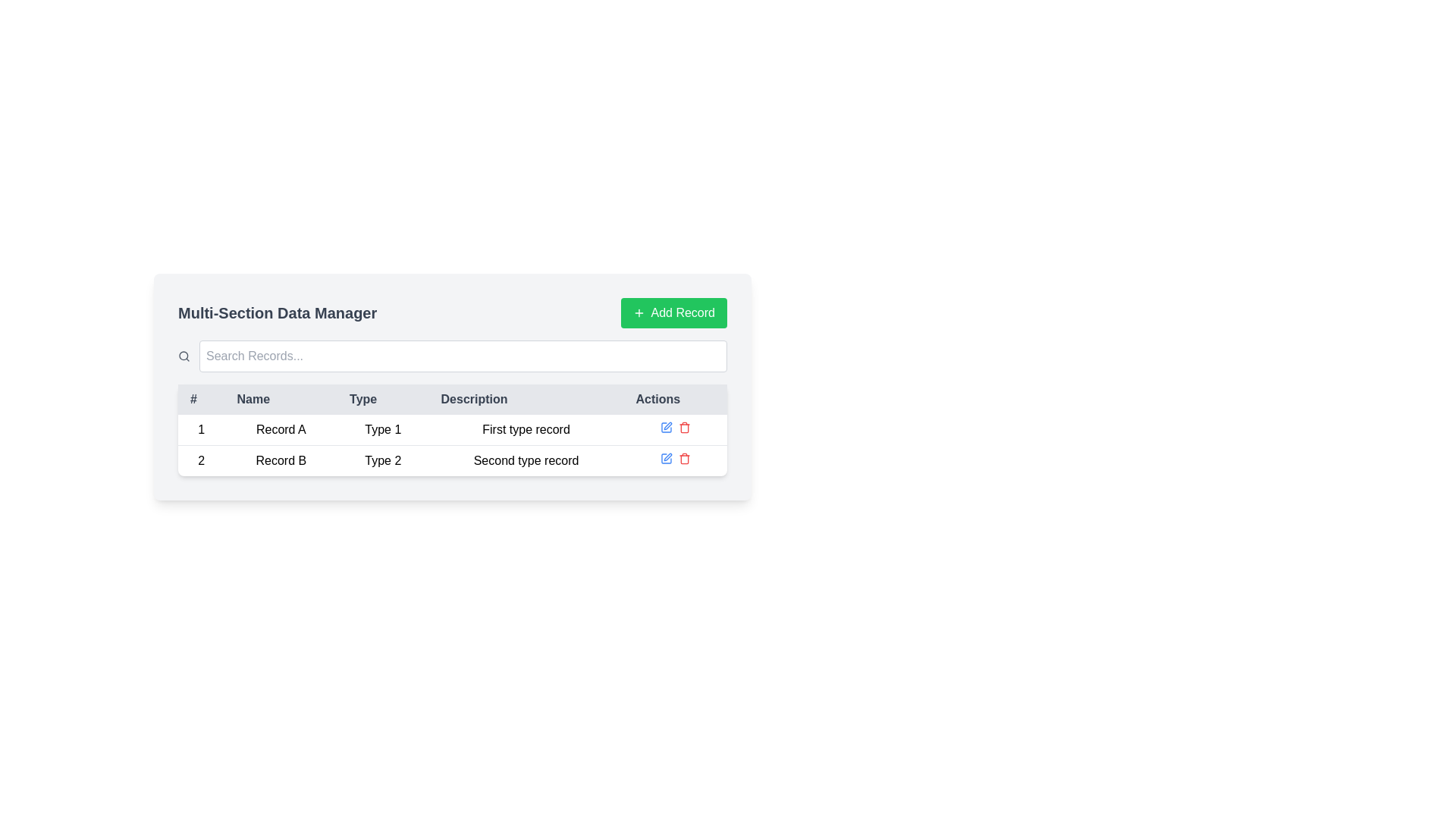  Describe the element at coordinates (666, 458) in the screenshot. I see `the edit icon button located in the first row of the table under the 'Actions' column, immediately to the left of the red trash bin icon` at that location.